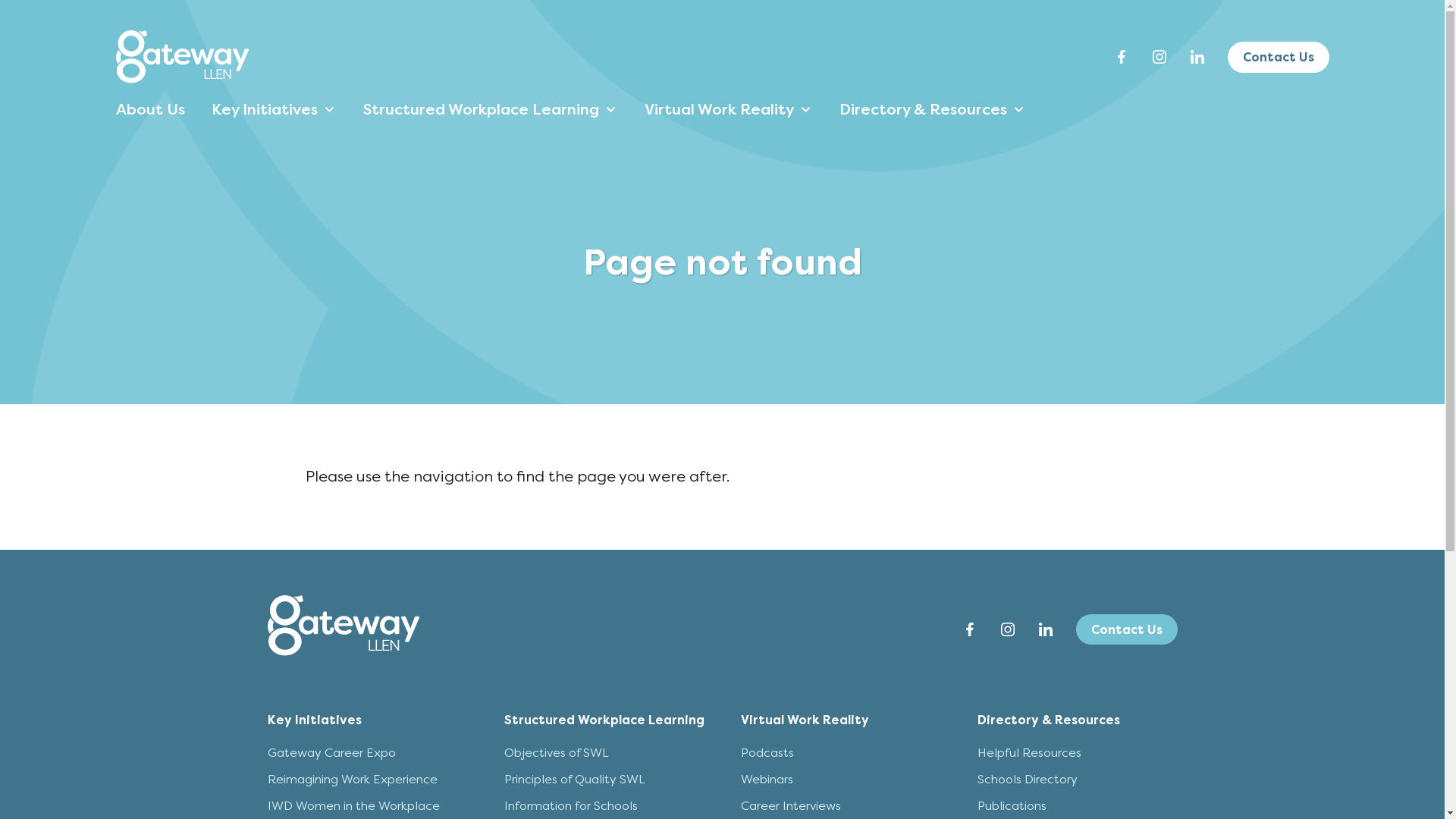 The width and height of the screenshot is (1456, 819). What do you see at coordinates (573, 779) in the screenshot?
I see `'Principles of Quality SWL'` at bounding box center [573, 779].